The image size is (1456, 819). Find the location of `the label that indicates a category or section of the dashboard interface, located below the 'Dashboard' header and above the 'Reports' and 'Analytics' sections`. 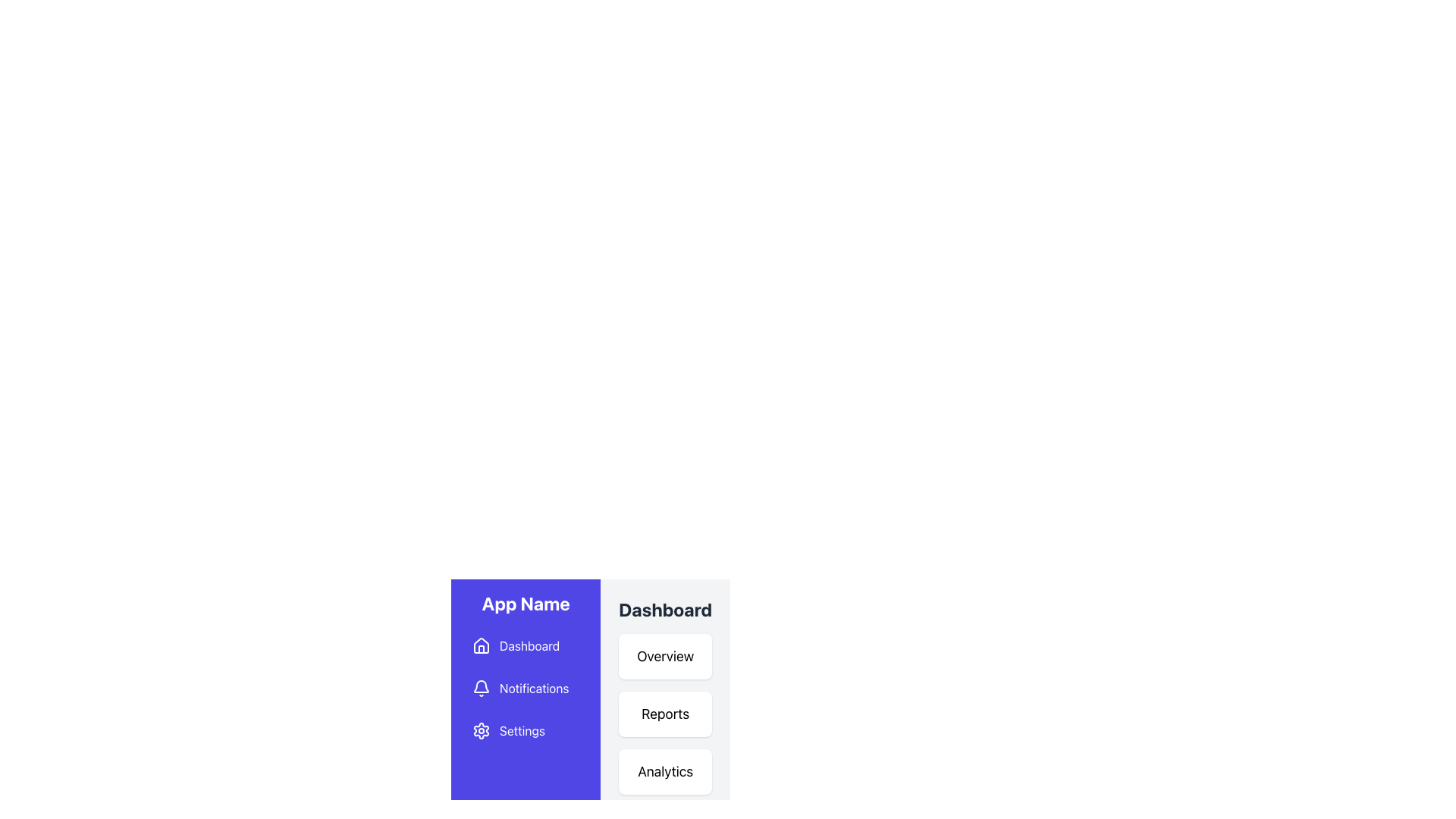

the label that indicates a category or section of the dashboard interface, located below the 'Dashboard' header and above the 'Reports' and 'Analytics' sections is located at coordinates (665, 656).